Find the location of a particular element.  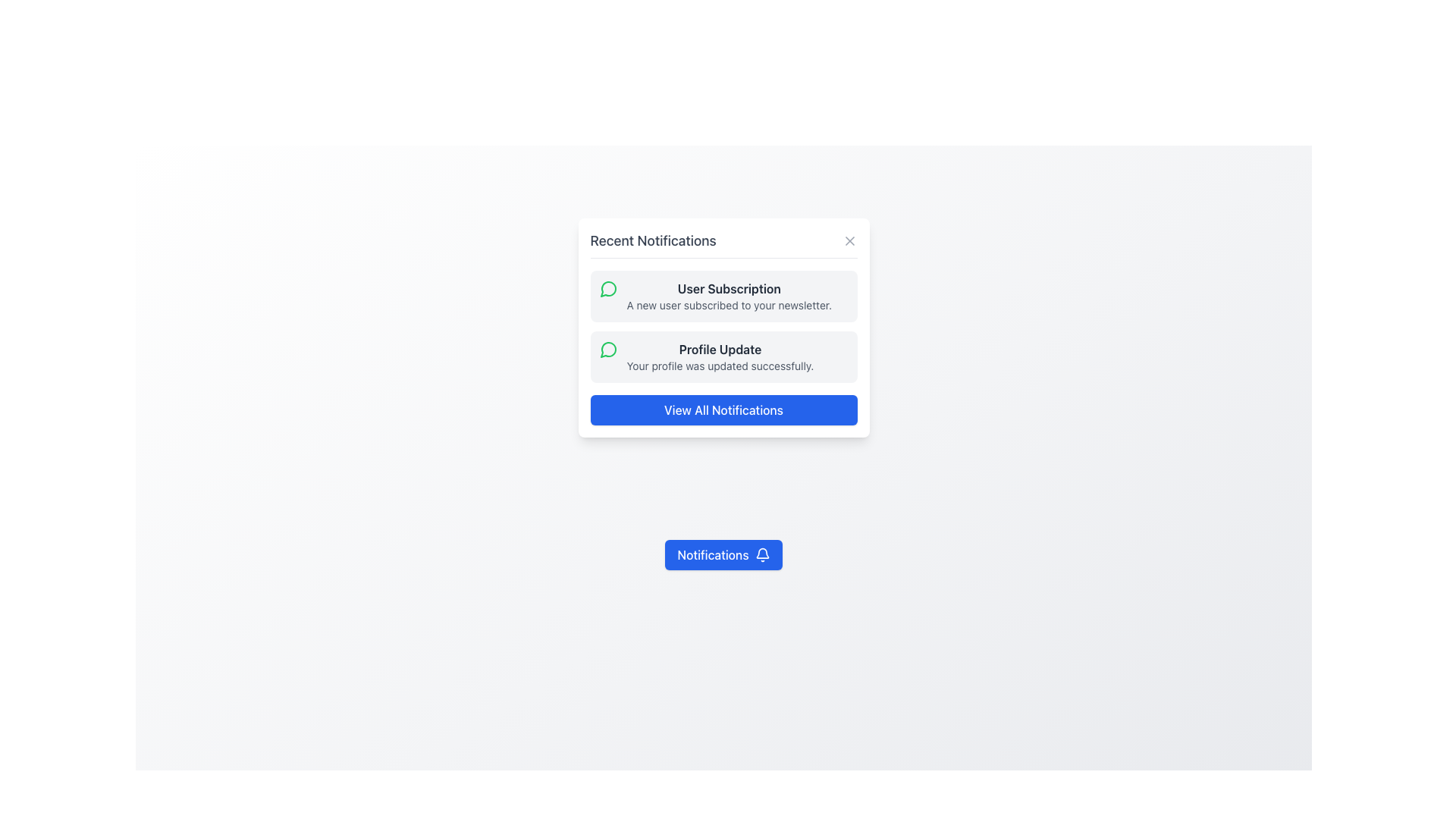

the static text element in the 'Recent Notifications' modal dialog box, which serves as a notification headline above the text 'Your profile was updated successfully.' is located at coordinates (720, 350).